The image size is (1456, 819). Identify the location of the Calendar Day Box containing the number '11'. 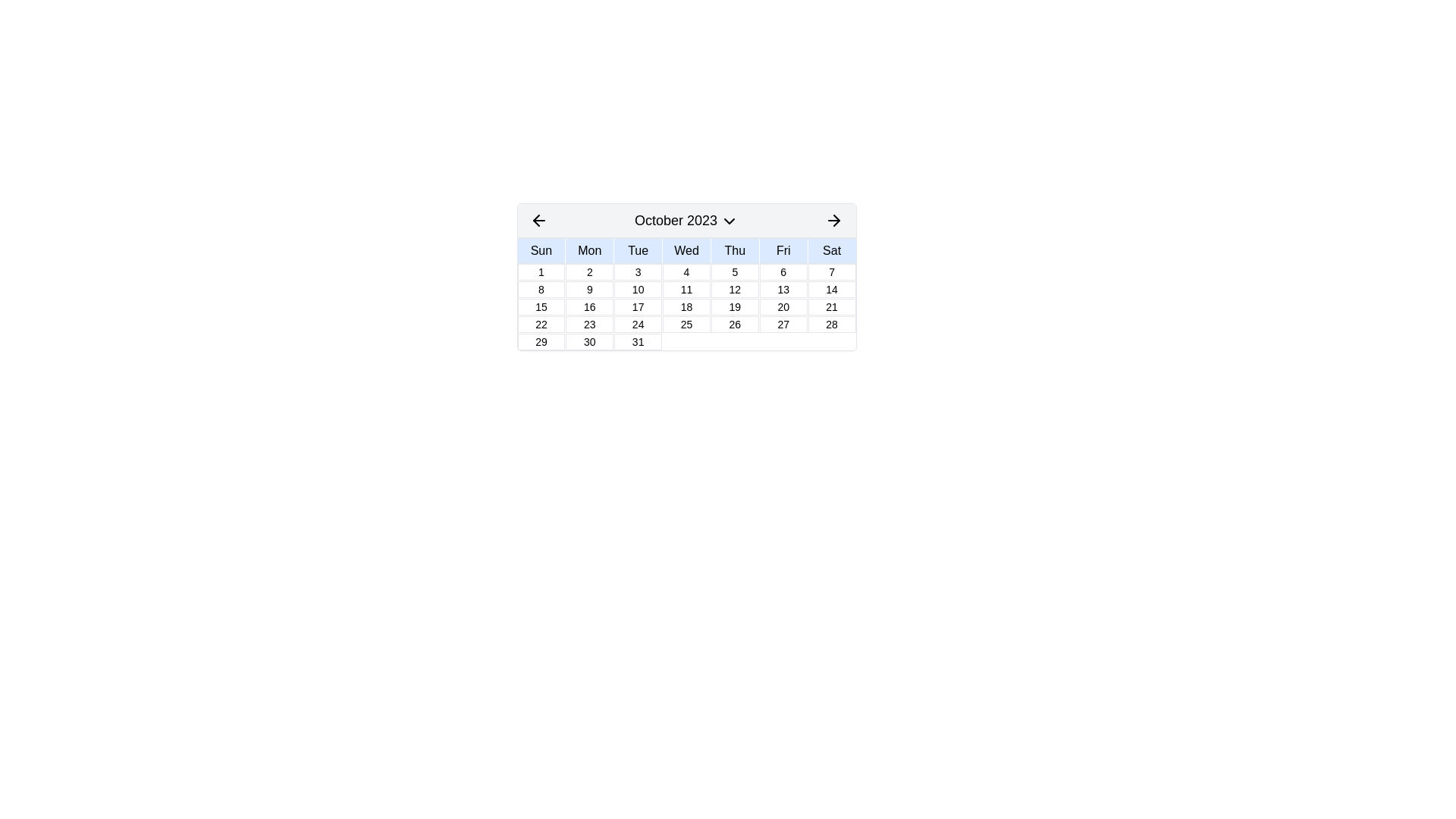
(686, 289).